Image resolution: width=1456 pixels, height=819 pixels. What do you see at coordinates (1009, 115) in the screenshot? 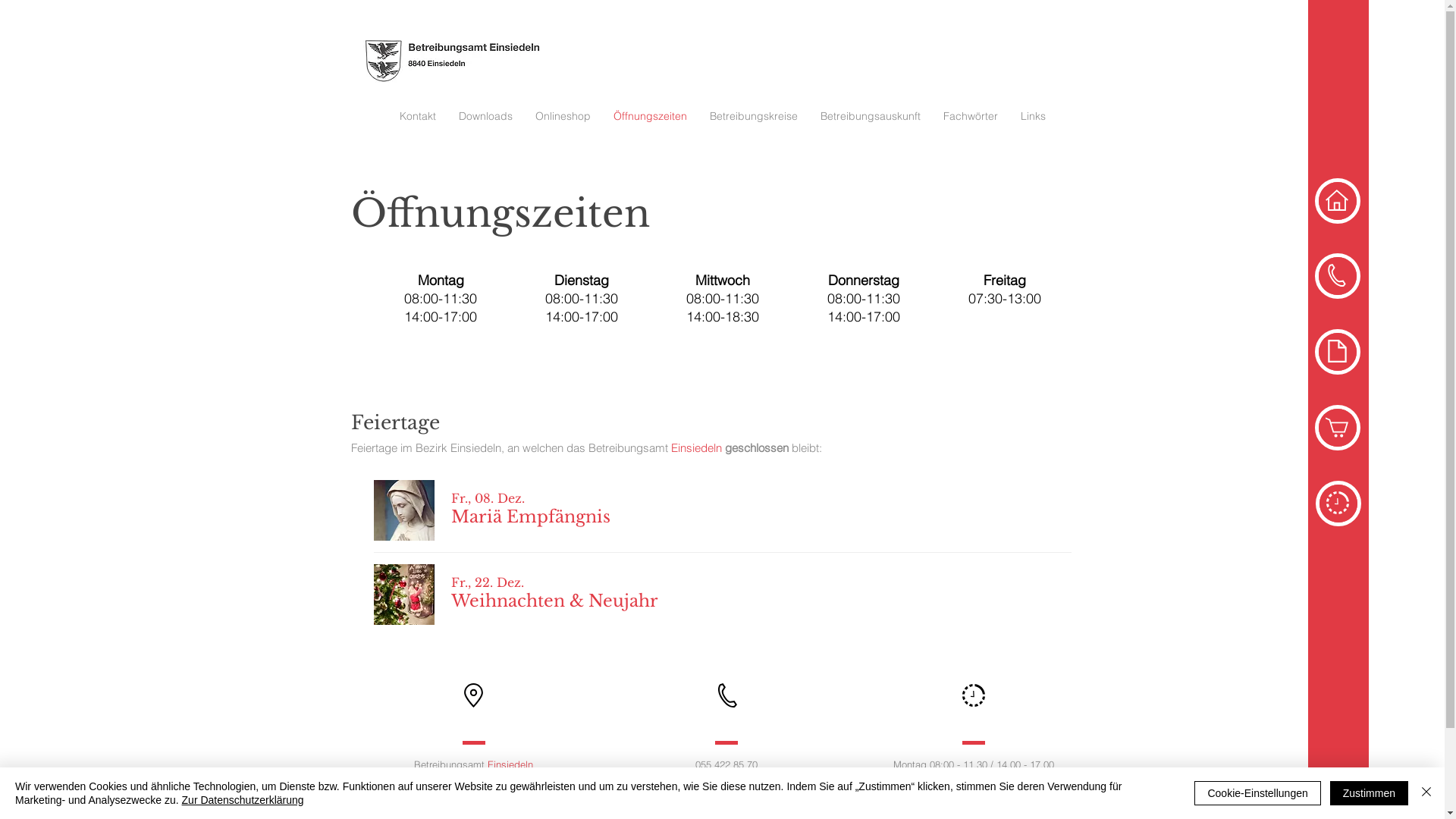
I see `'Links'` at bounding box center [1009, 115].